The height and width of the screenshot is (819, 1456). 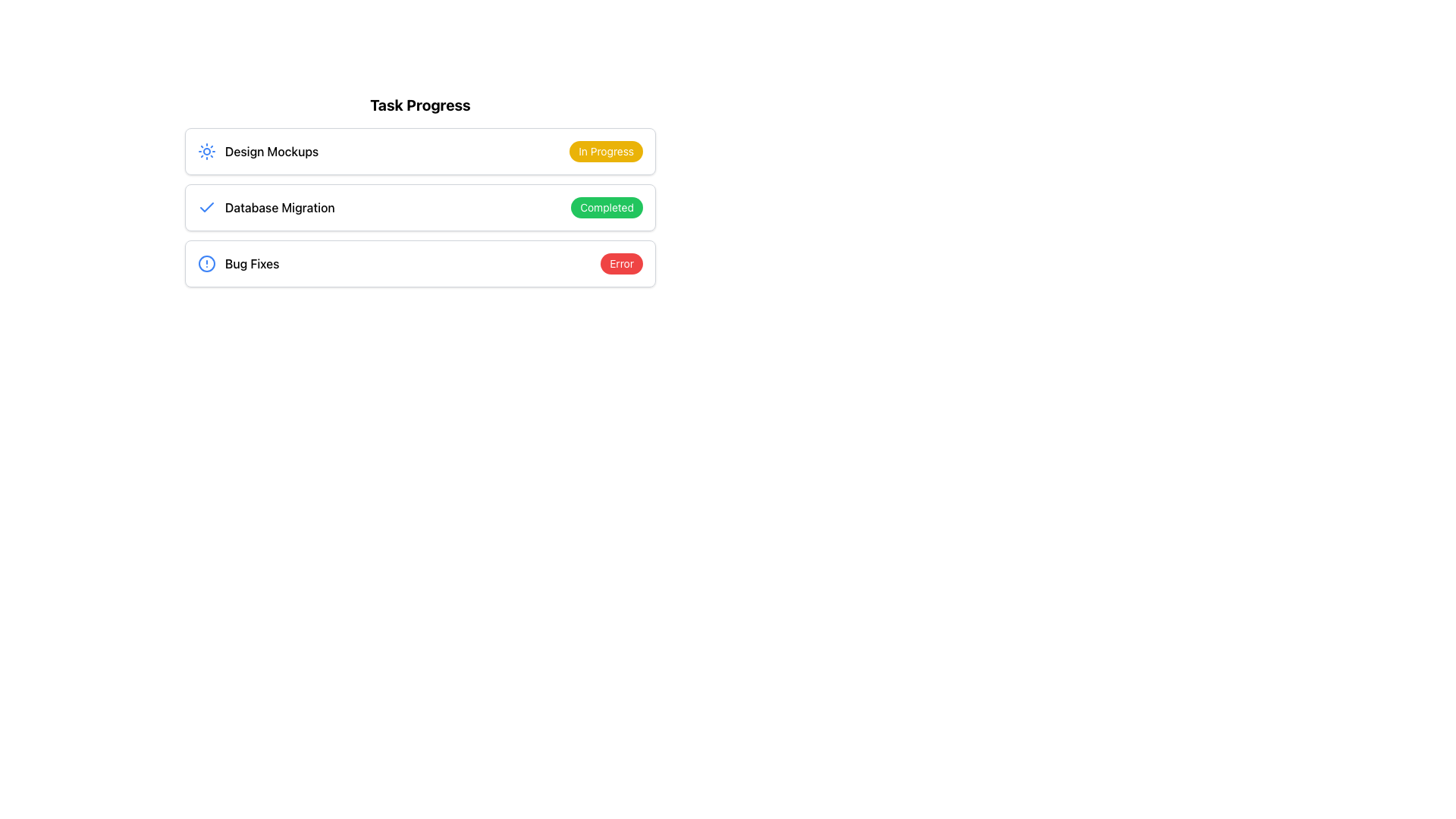 What do you see at coordinates (206, 262) in the screenshot?
I see `the circular blue outlined icon with a vertical line and dot in the center, located to the left of the 'Bug Fixes' text label in the 'Task Progress' interface` at bounding box center [206, 262].